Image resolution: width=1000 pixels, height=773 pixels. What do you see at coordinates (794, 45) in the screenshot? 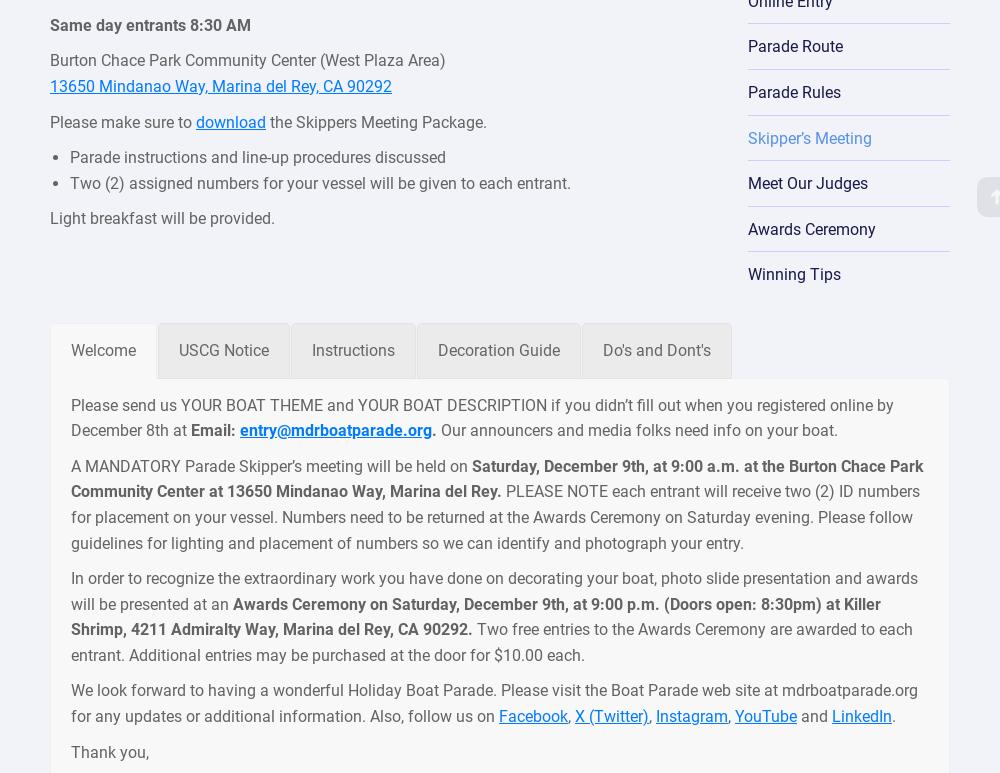
I see `'Parade Route'` at bounding box center [794, 45].